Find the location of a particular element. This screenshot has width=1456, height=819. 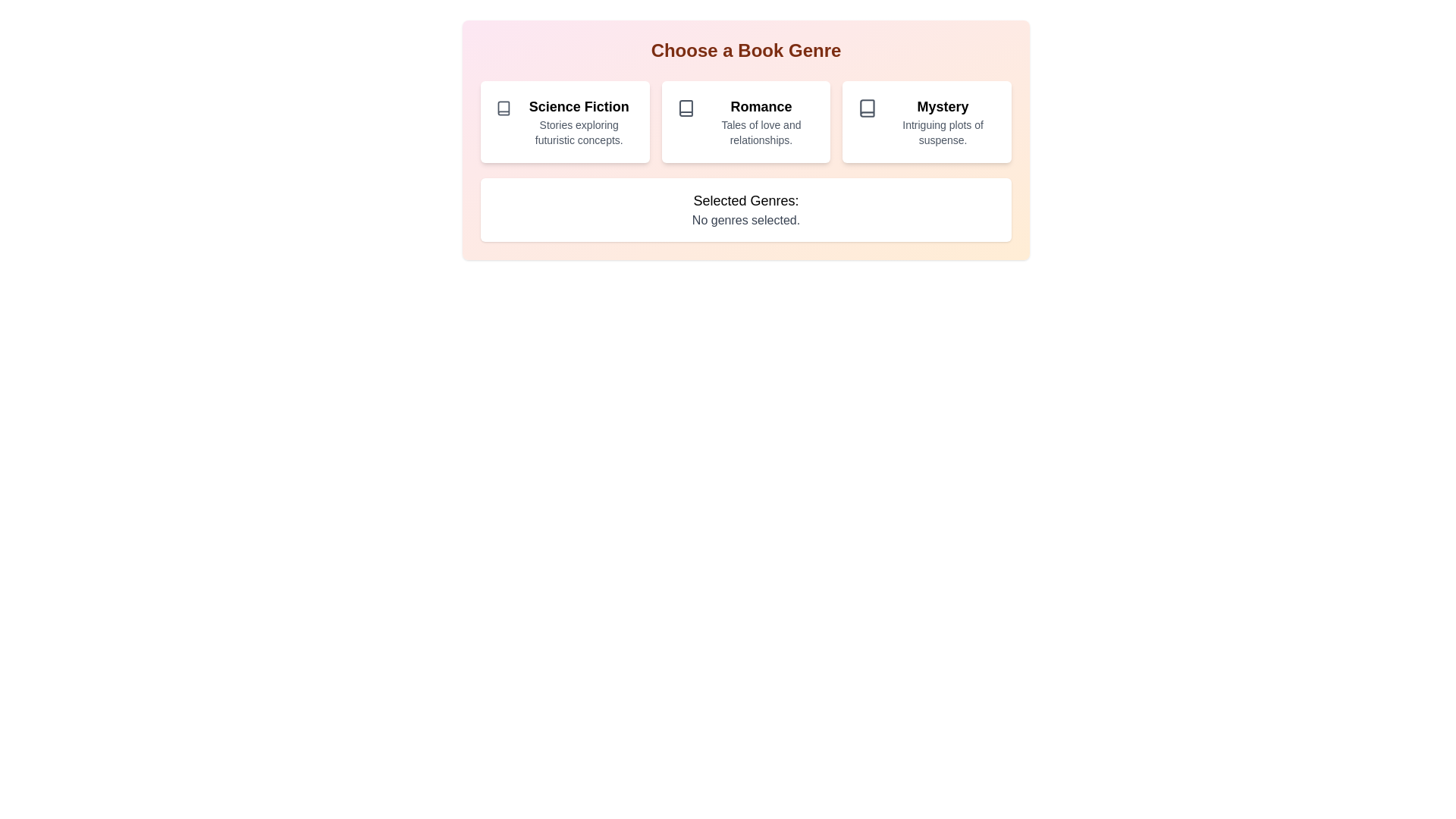

the 'Mystery' genre card located in the top-right section of the genre options for interaction is located at coordinates (926, 121).